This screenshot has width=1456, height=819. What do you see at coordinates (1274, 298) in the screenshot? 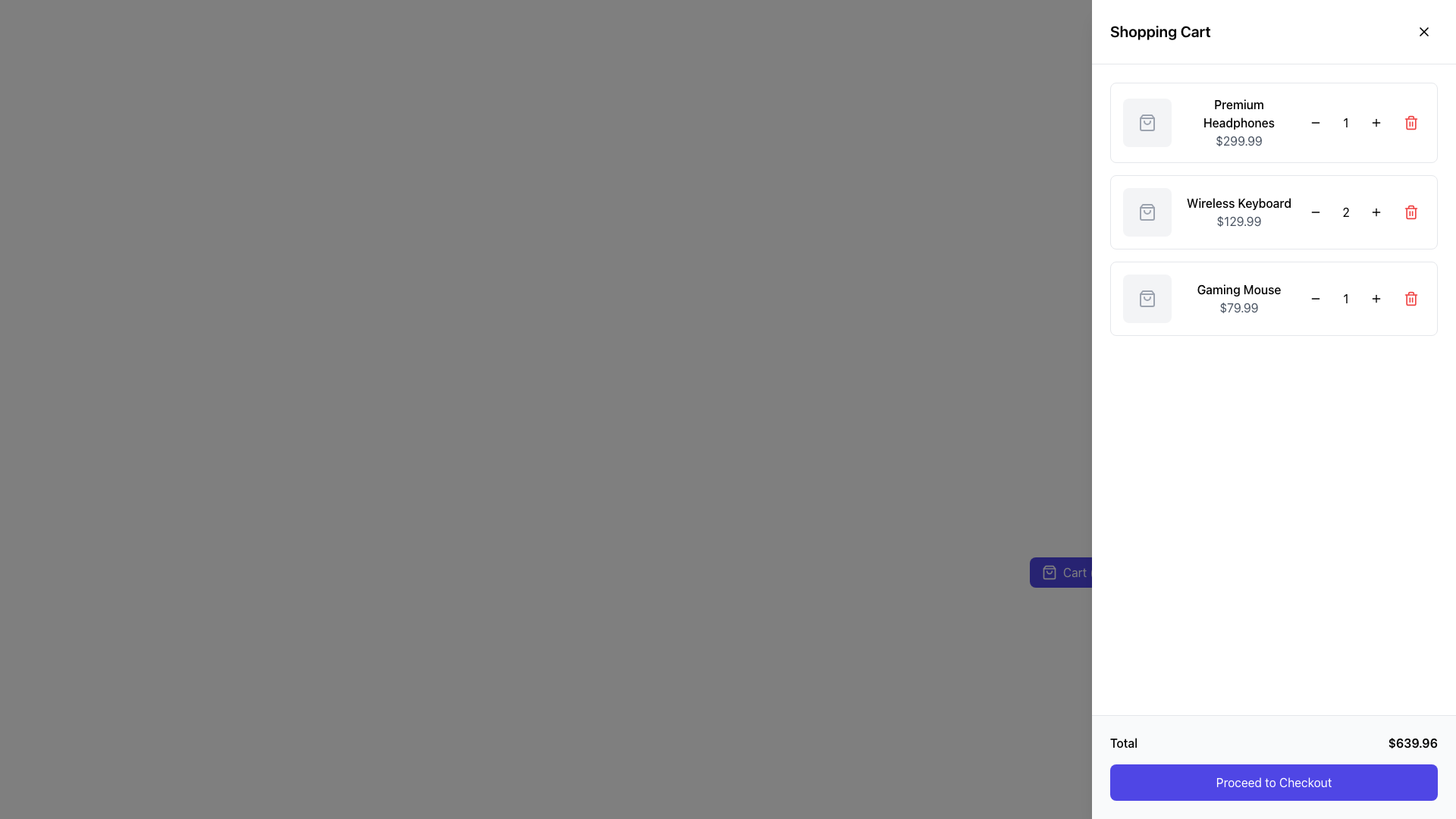
I see `the 'Gaming Mouse' cart item in the shopping cart interface` at bounding box center [1274, 298].